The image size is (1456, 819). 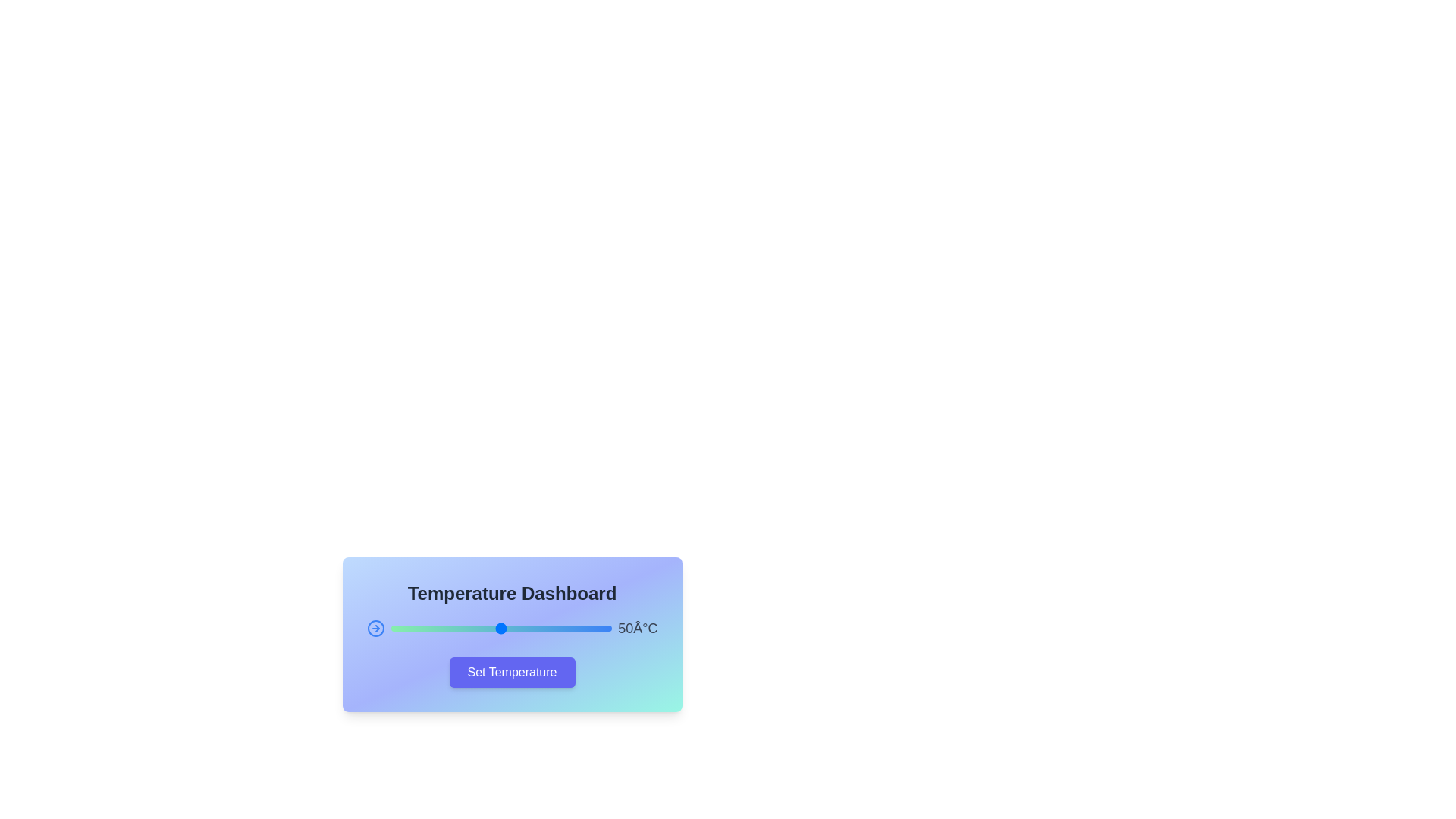 I want to click on the slider to set the temperature to 5°C, so click(x=402, y=629).